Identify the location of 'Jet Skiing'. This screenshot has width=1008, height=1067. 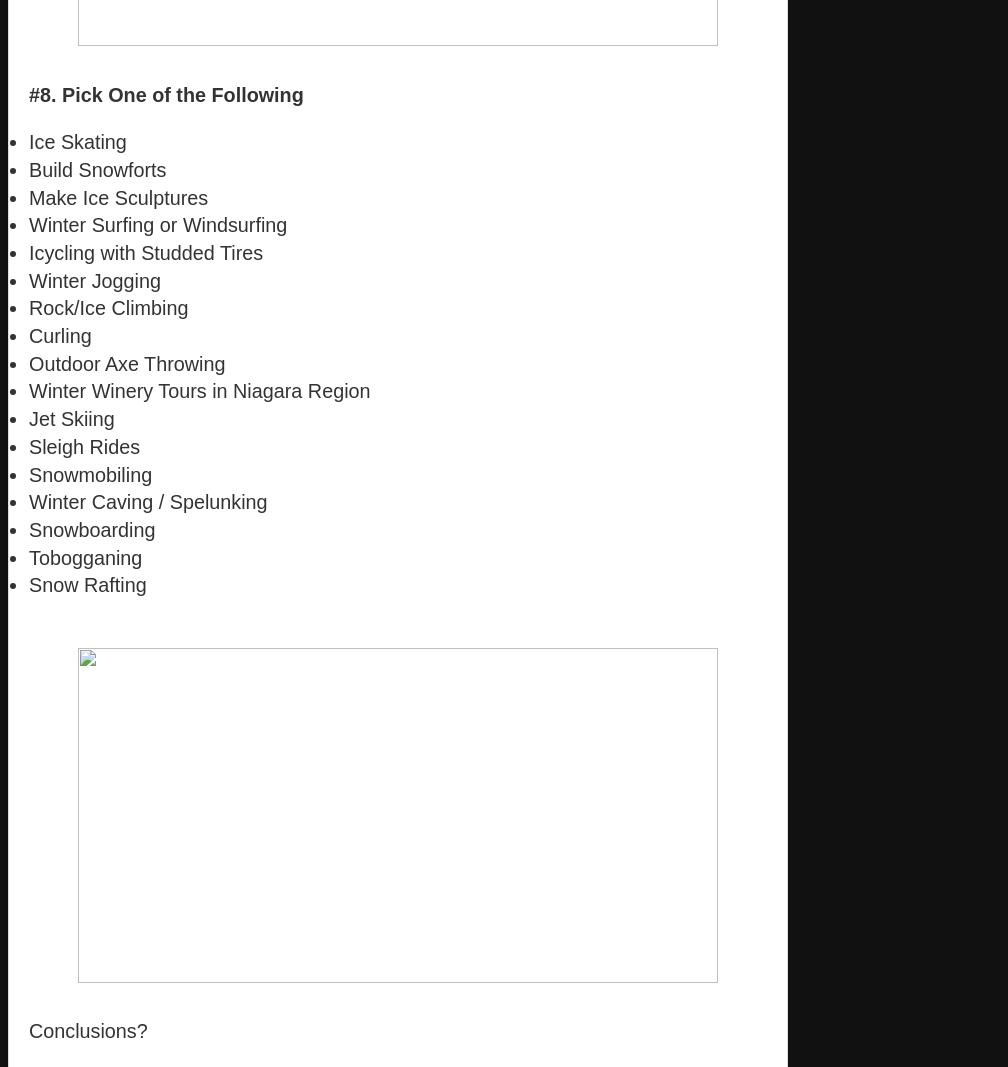
(71, 418).